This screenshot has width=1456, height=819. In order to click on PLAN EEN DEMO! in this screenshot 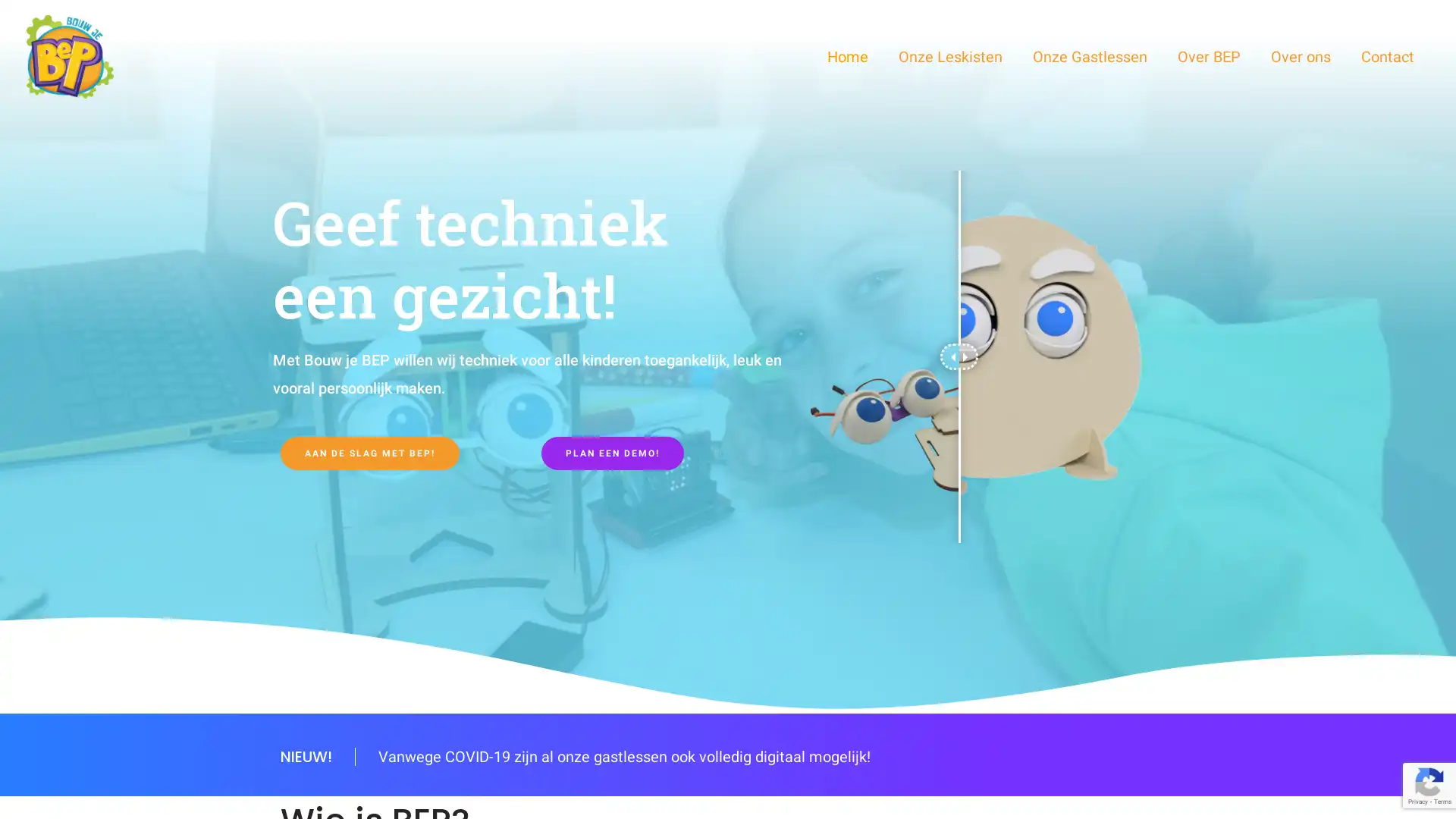, I will do `click(612, 452)`.